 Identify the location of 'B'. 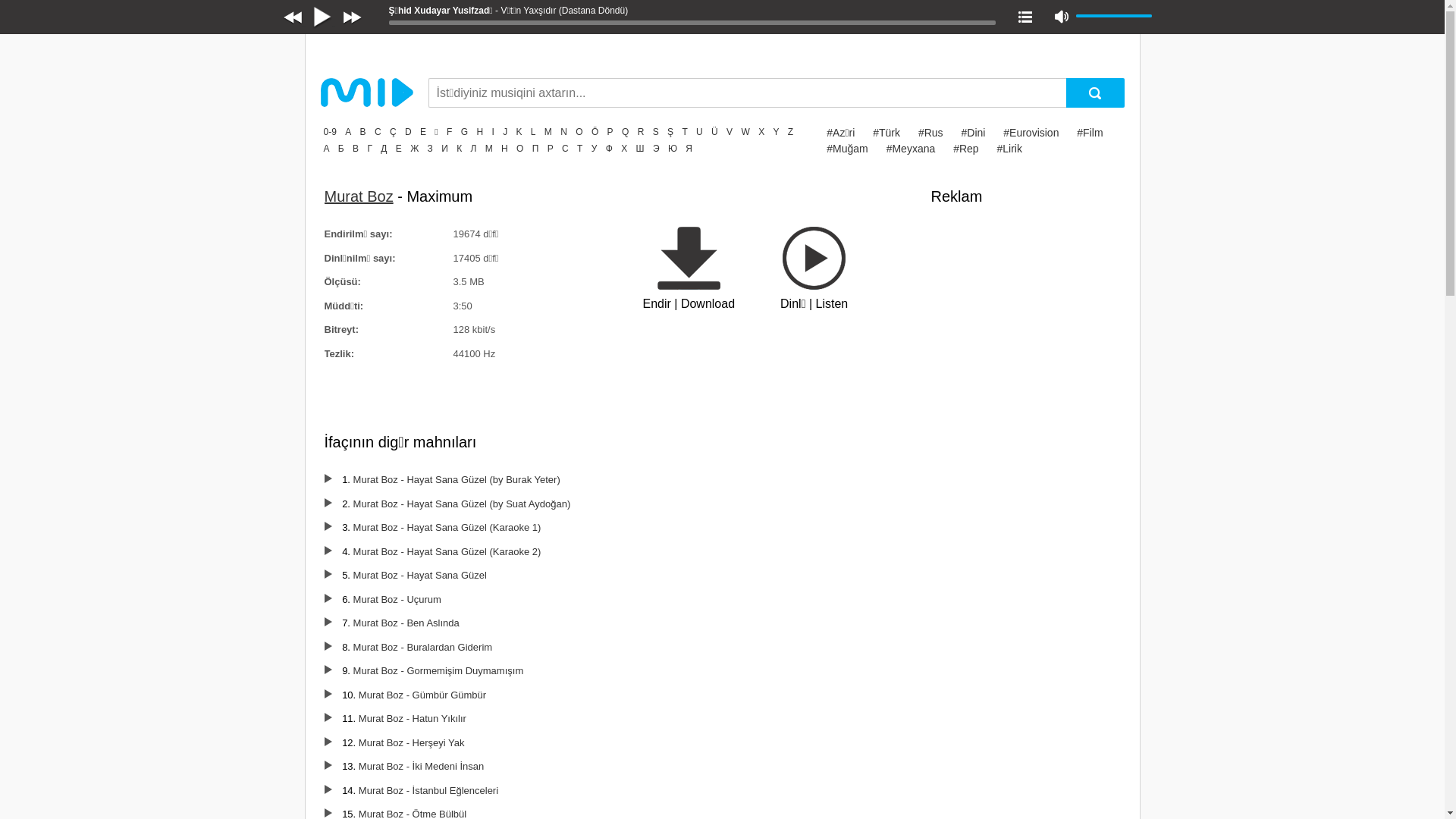
(359, 130).